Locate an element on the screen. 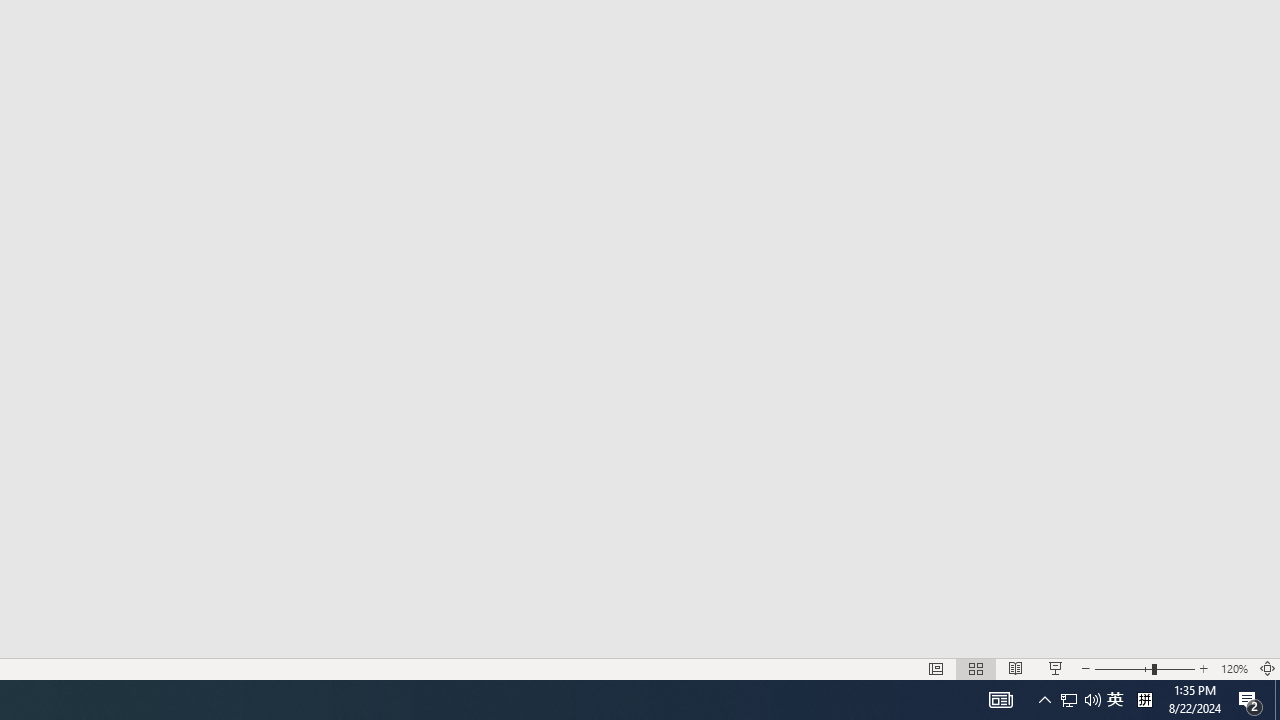 The width and height of the screenshot is (1280, 720). 'Slide Sorter' is located at coordinates (976, 669).